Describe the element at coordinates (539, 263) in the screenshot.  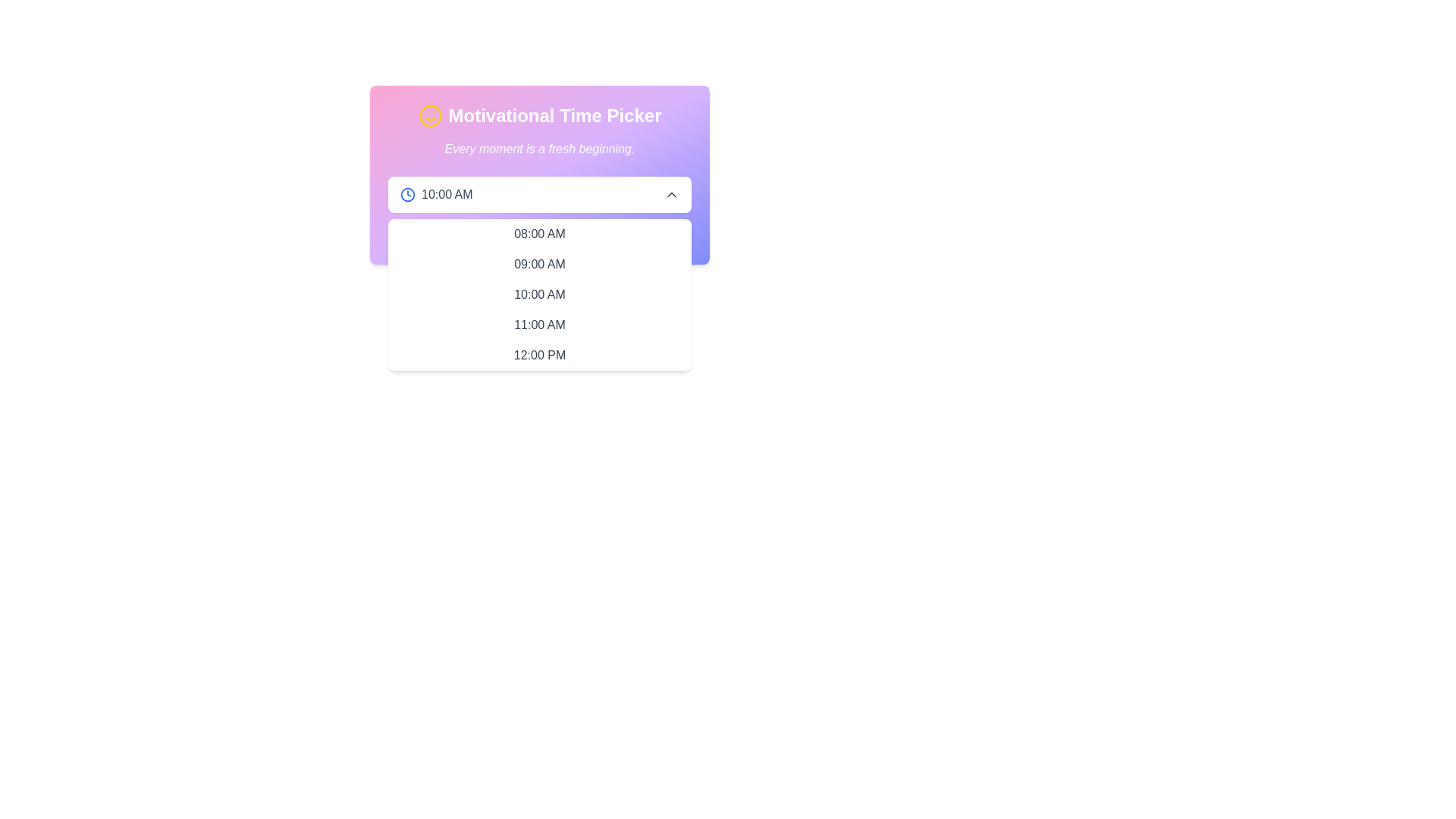
I see `the selectable text item displaying '09:00 AM' in the dropdown list` at that location.